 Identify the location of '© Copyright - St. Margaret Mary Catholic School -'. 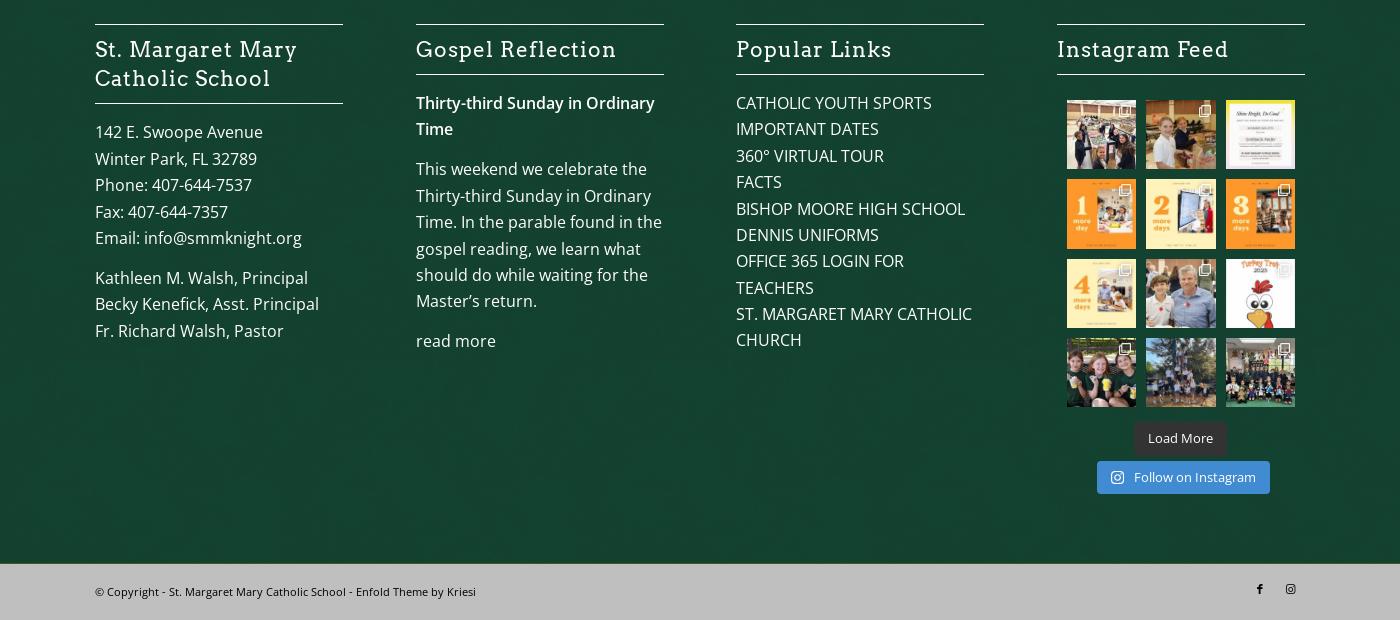
(225, 591).